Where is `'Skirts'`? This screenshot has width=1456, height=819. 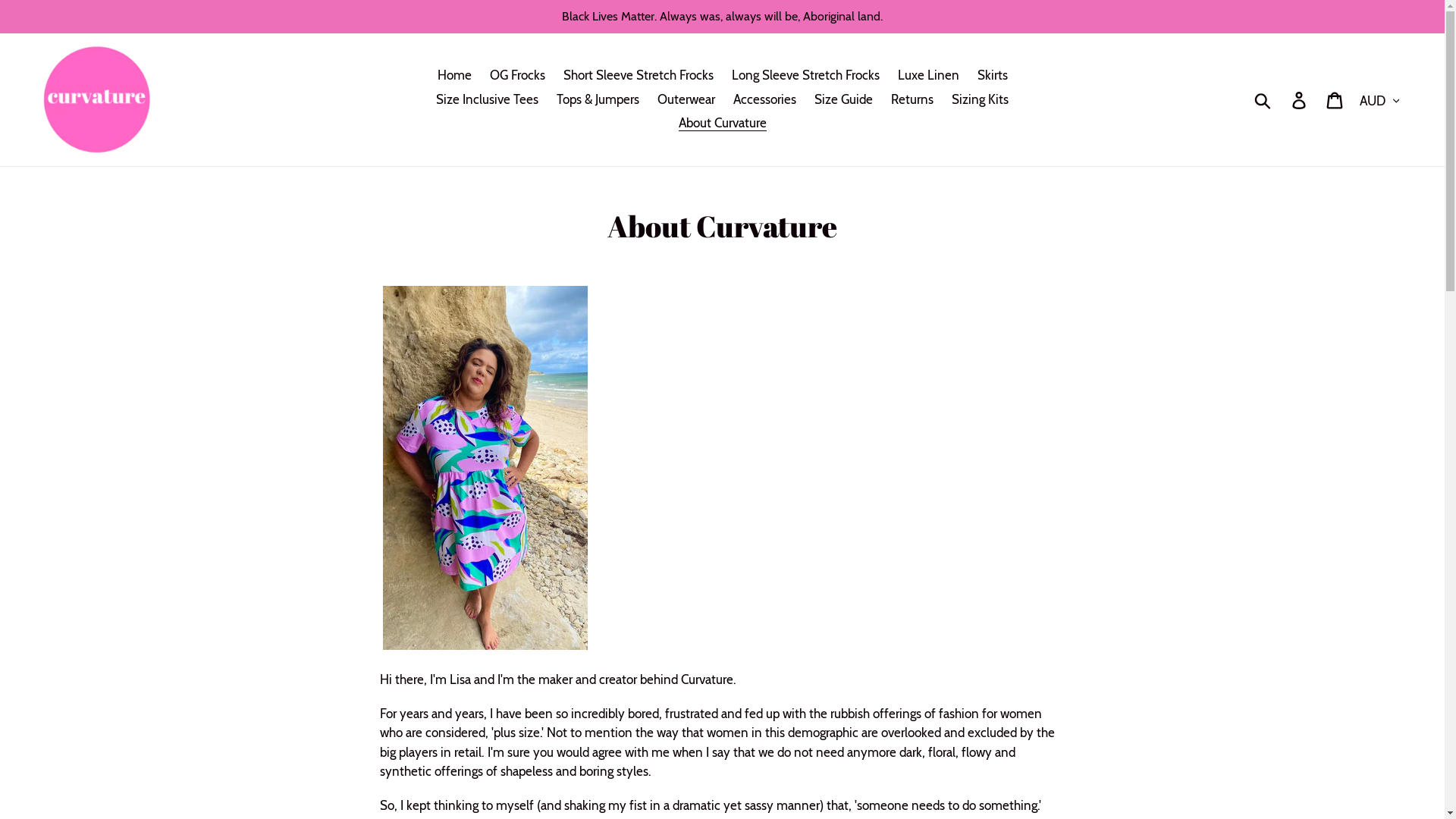 'Skirts' is located at coordinates (968, 76).